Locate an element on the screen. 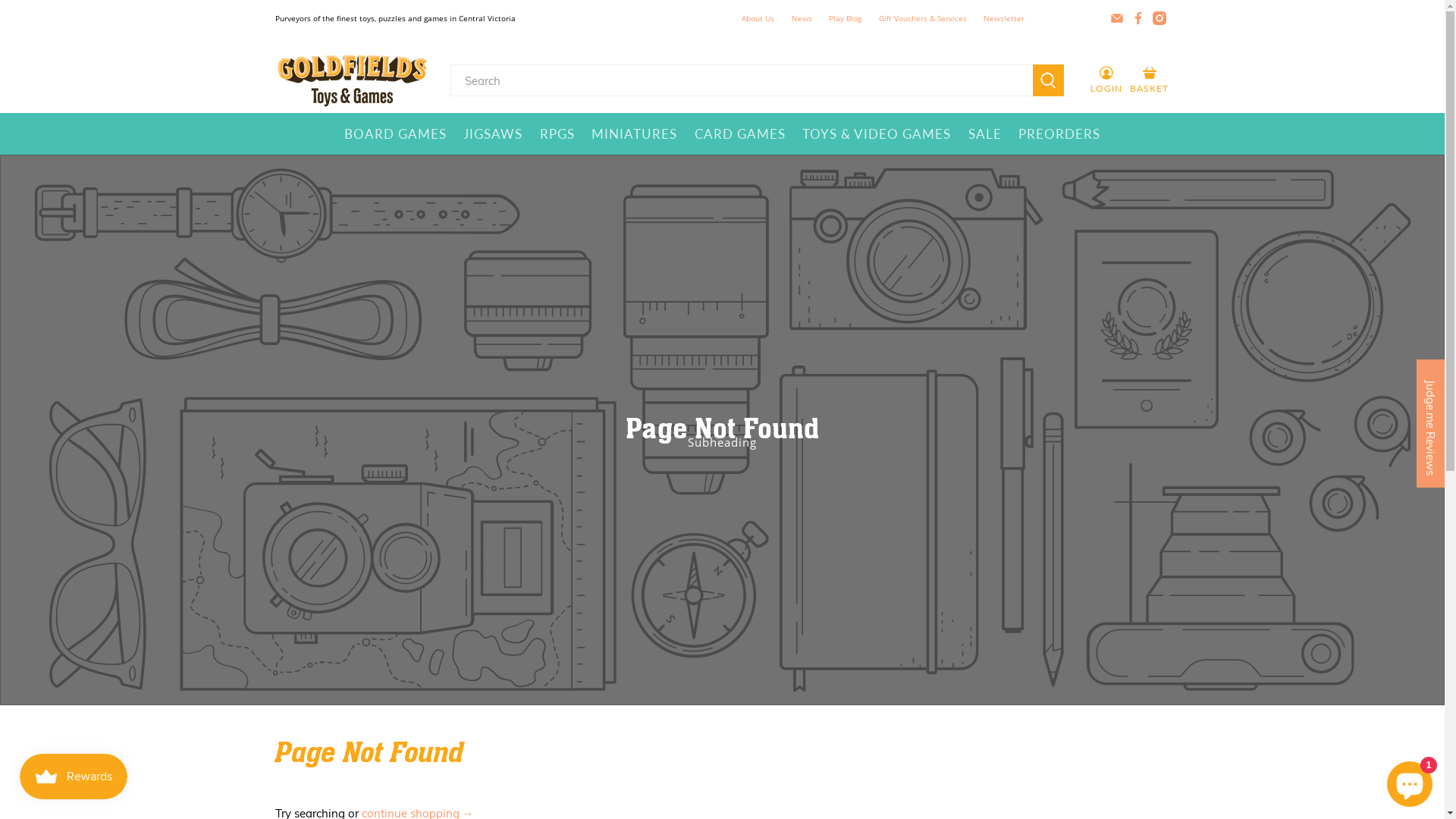 Image resolution: width=1456 pixels, height=819 pixels. 'MINIATURES' is located at coordinates (634, 133).